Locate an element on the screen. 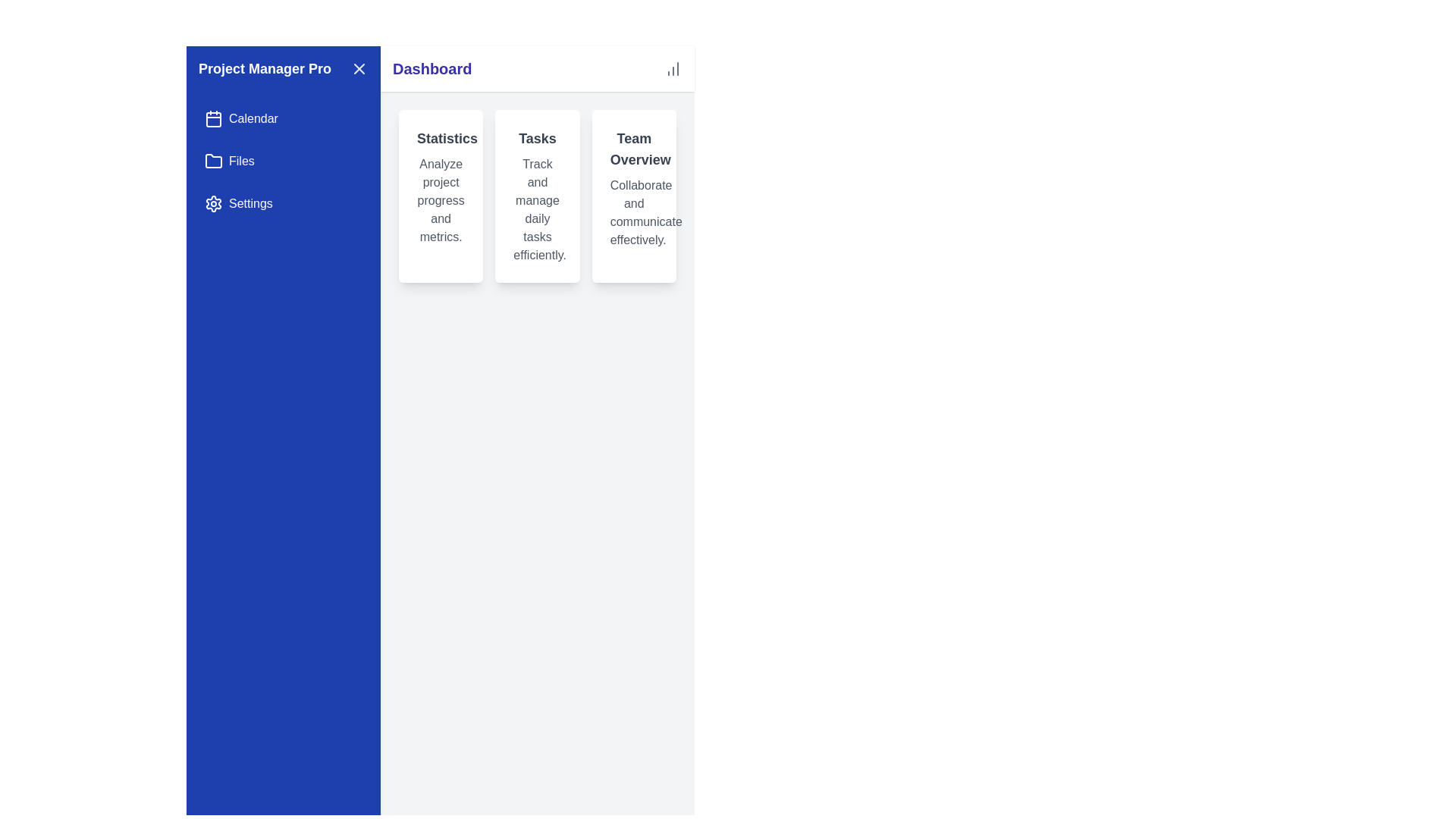 Image resolution: width=1456 pixels, height=819 pixels. text 'Team Overview' which is the title of the card located at the top of the third card from the left in the Dashboard section is located at coordinates (634, 149).